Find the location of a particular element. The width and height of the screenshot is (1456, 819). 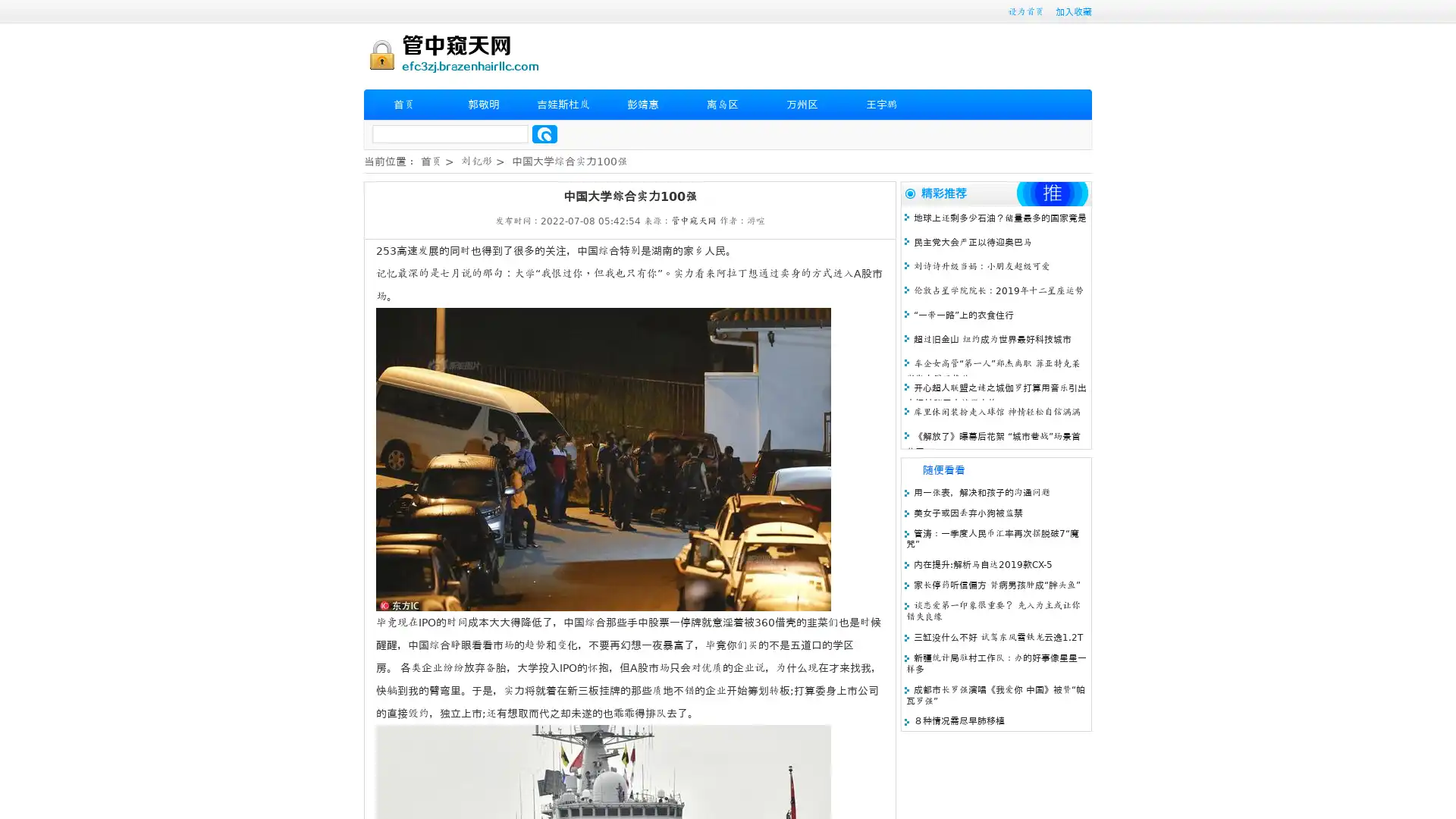

Search is located at coordinates (544, 133).